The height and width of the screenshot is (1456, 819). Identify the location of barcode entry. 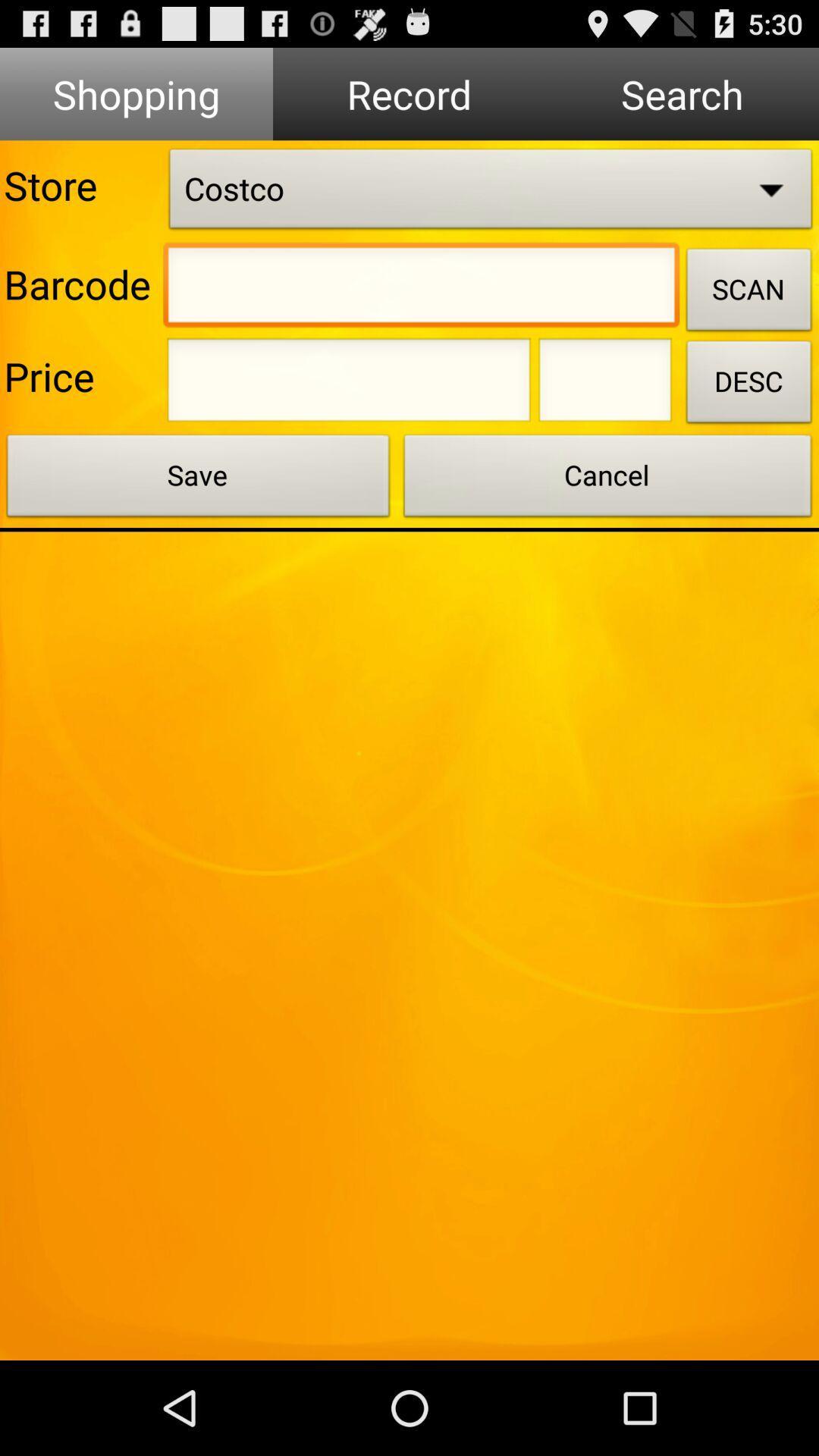
(421, 288).